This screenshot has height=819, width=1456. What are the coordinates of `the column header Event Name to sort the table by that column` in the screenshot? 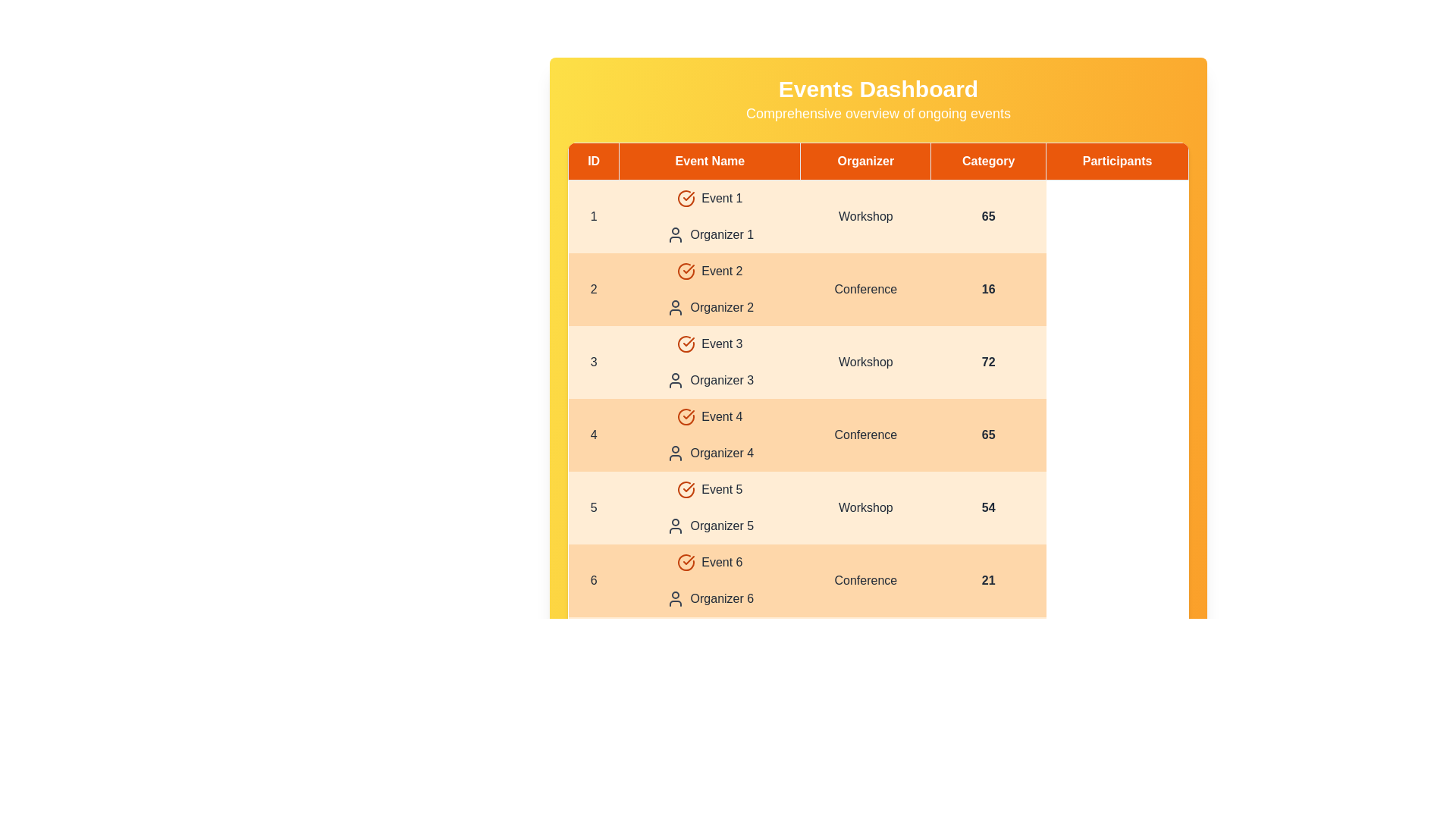 It's located at (709, 161).